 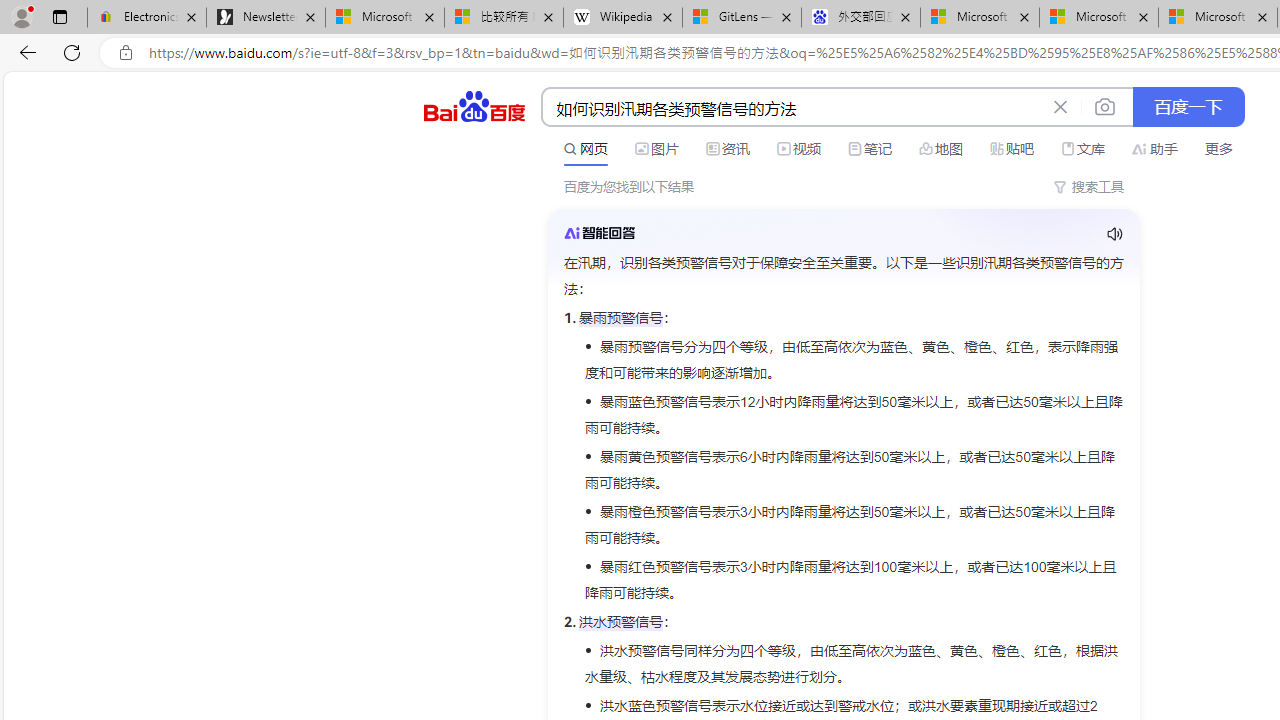 What do you see at coordinates (146, 17) in the screenshot?
I see `'Electronics, Cars, Fashion, Collectibles & More | eBay'` at bounding box center [146, 17].